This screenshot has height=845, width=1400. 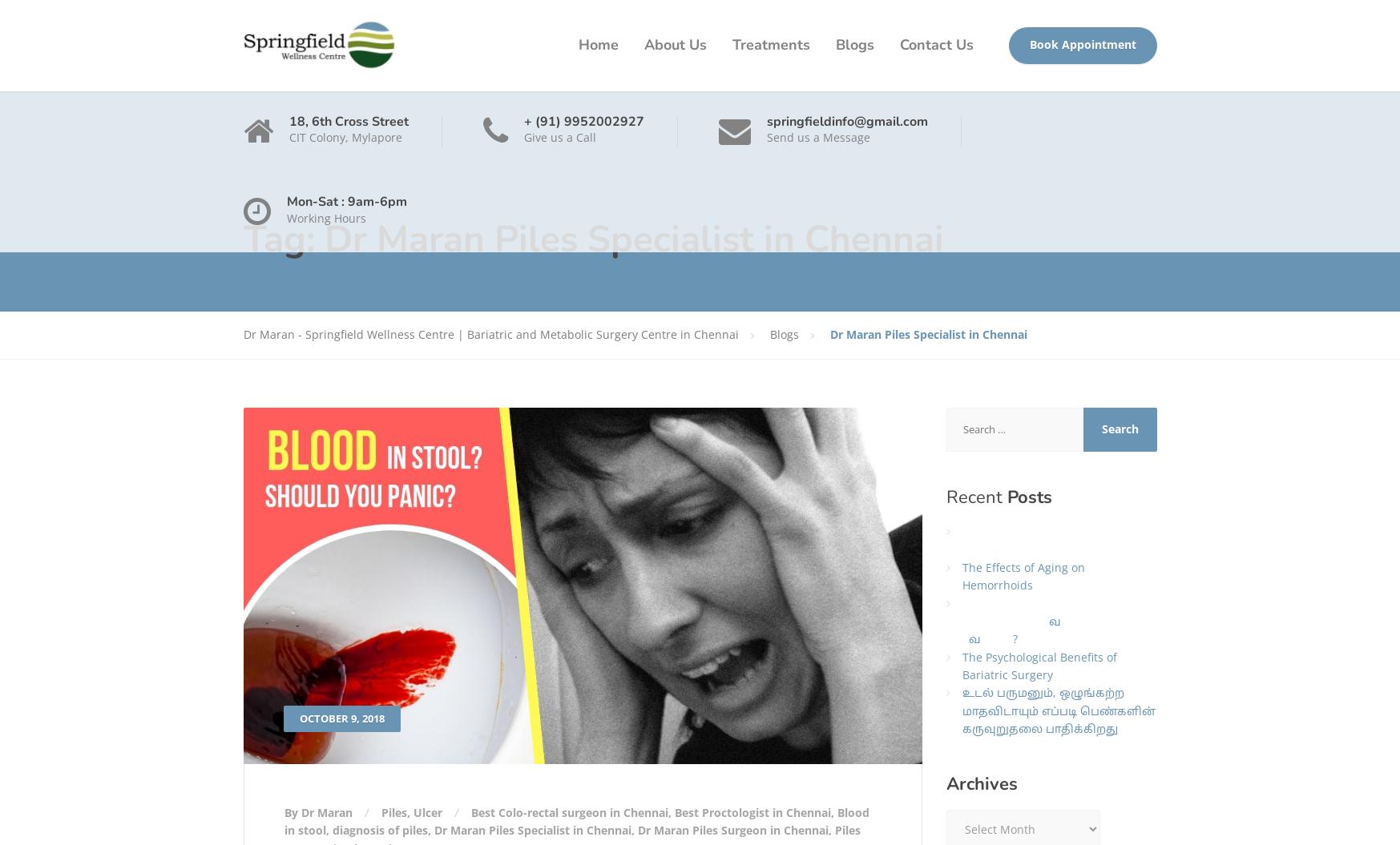 What do you see at coordinates (935, 45) in the screenshot?
I see `'Contact Us'` at bounding box center [935, 45].